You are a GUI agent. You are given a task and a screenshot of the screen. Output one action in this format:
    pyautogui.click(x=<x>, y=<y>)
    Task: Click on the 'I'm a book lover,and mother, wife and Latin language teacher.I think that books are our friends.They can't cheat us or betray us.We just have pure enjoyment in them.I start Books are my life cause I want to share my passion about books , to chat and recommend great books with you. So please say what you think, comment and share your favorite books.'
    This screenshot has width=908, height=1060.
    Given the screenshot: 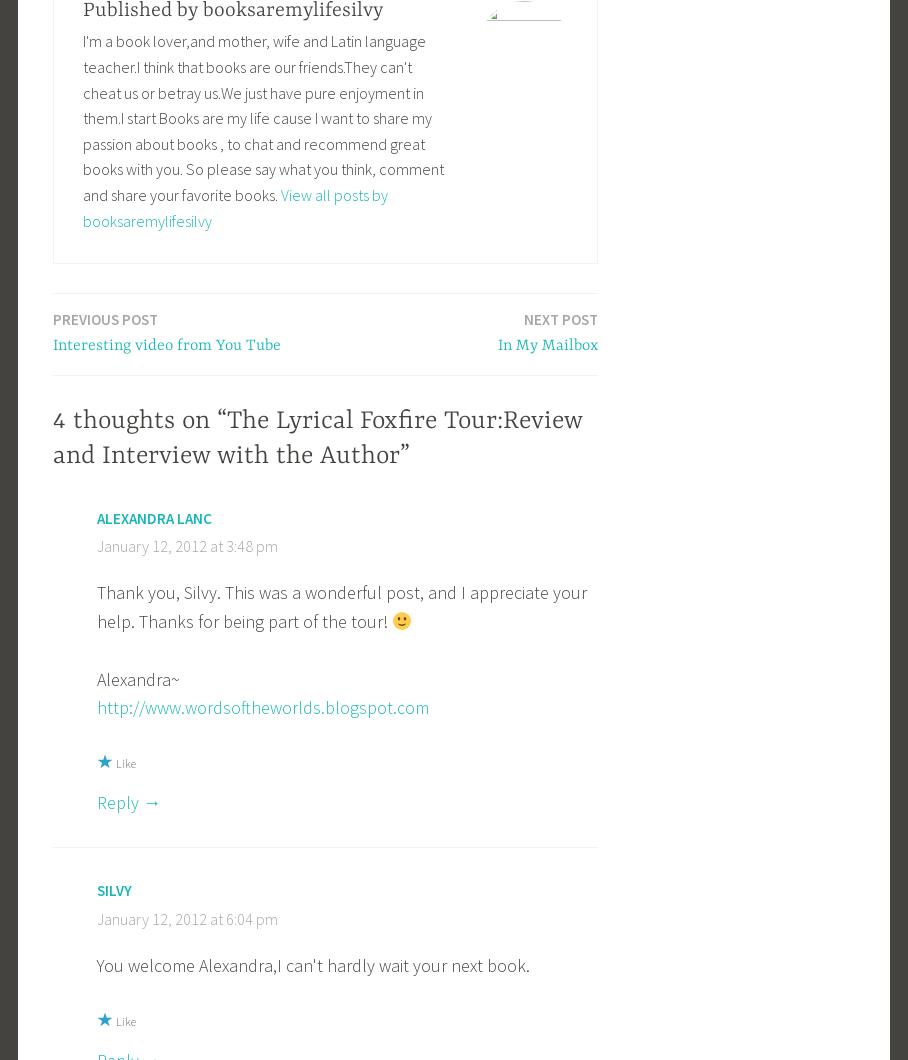 What is the action you would take?
    pyautogui.click(x=261, y=117)
    